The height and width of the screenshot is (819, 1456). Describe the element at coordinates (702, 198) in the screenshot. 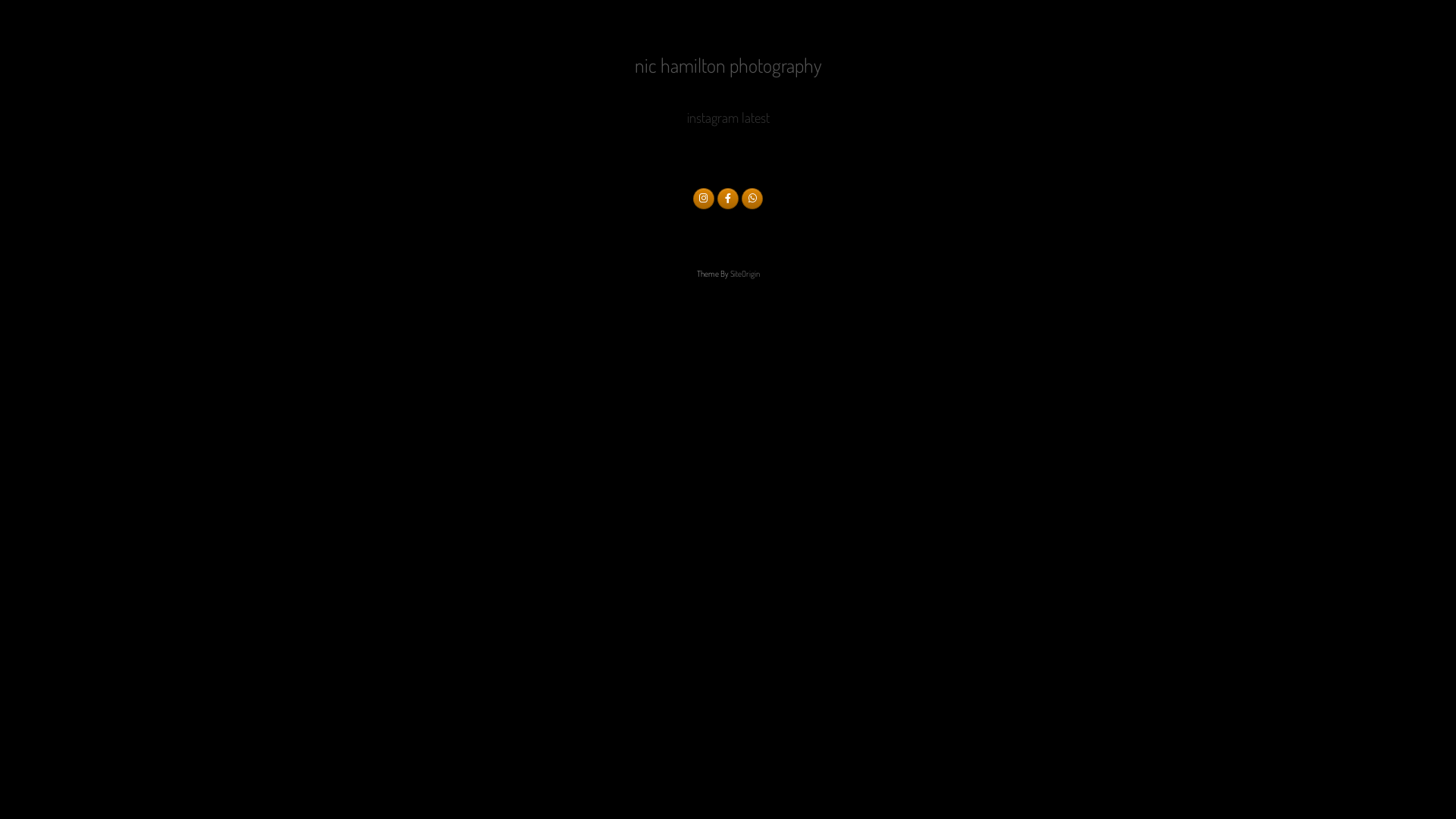

I see `'nic hamilton photography on Instagram'` at that location.